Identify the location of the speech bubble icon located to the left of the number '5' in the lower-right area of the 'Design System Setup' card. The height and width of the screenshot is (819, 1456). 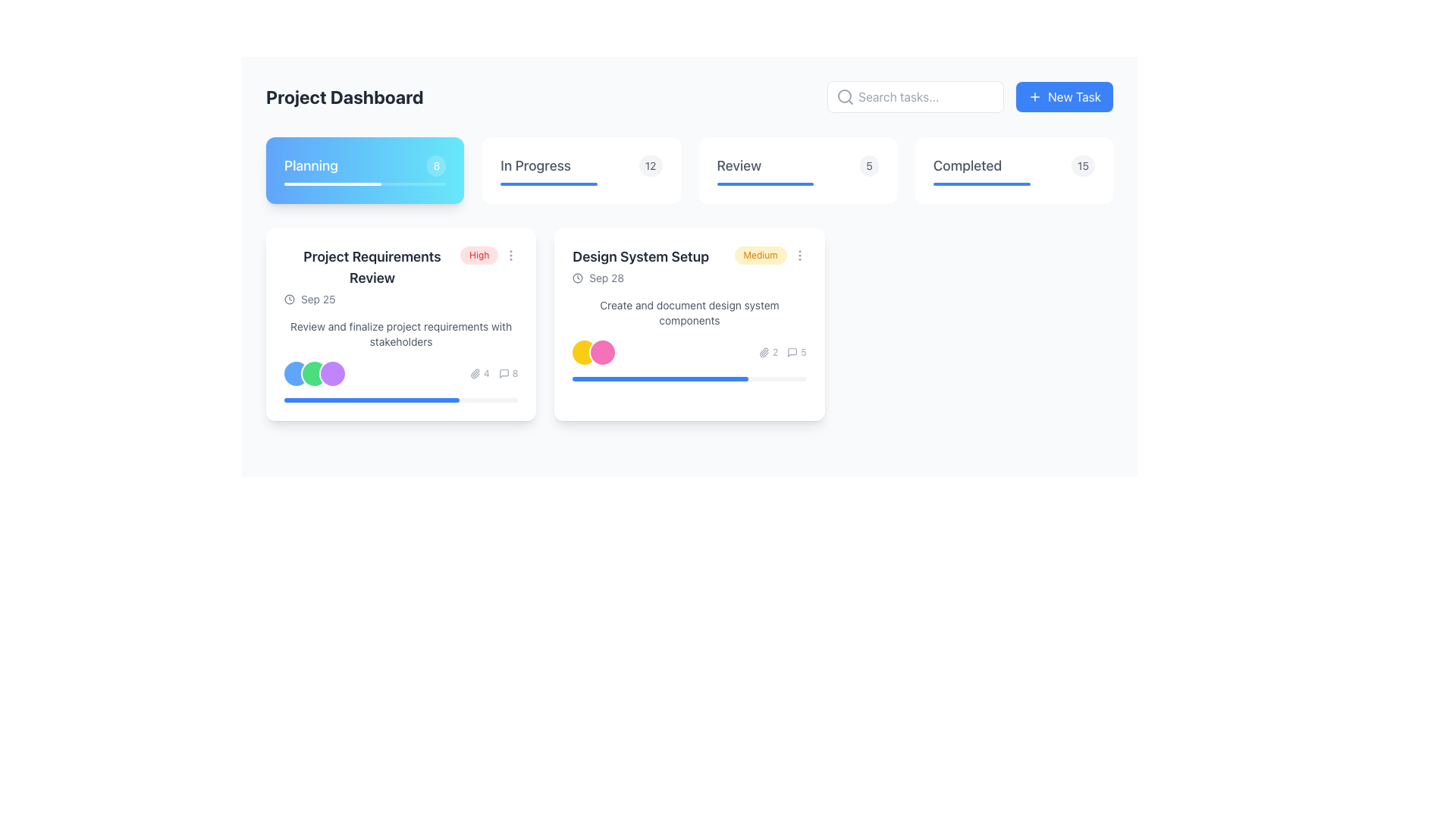
(792, 353).